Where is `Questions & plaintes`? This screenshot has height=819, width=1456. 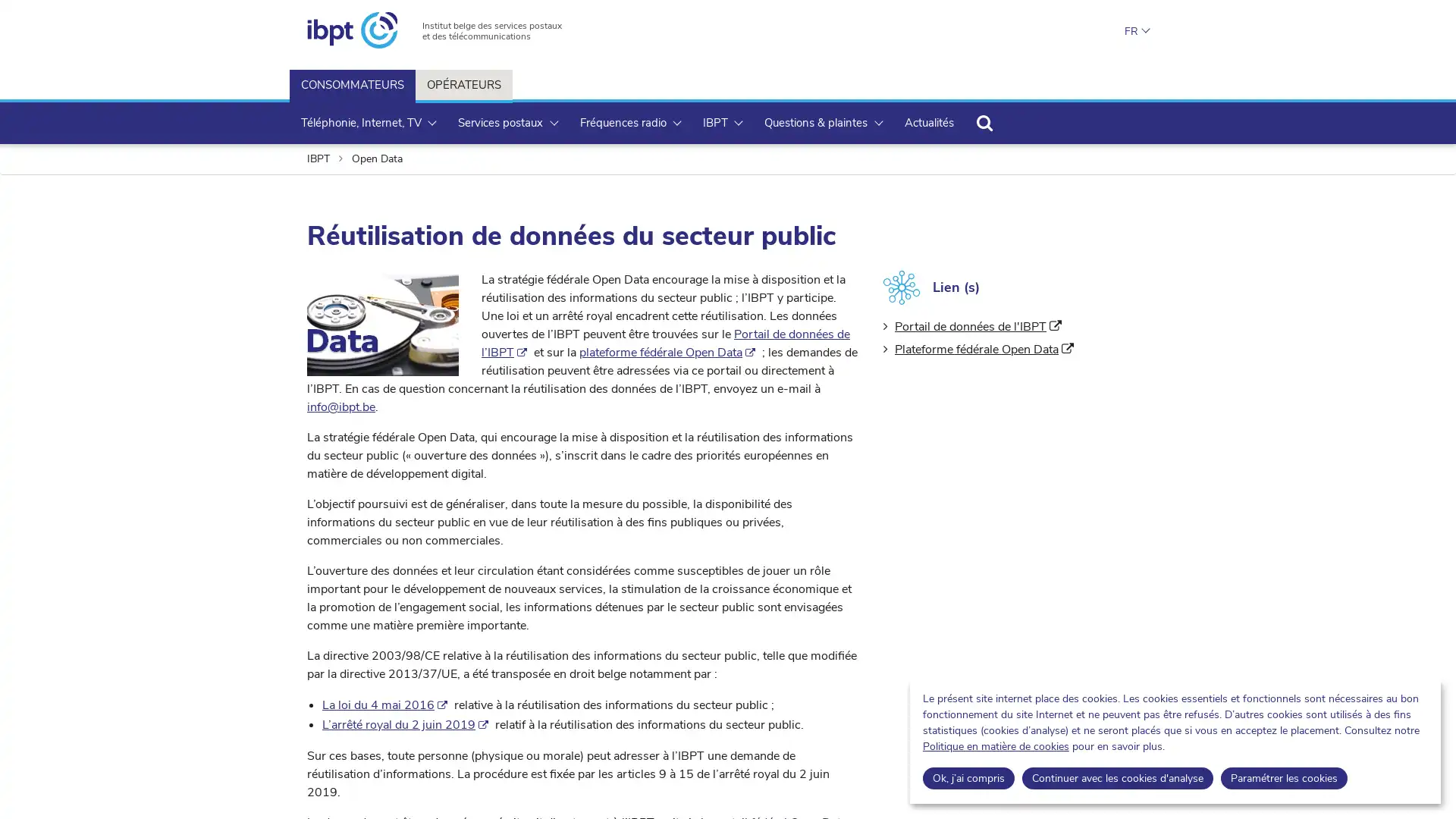
Questions & plaintes is located at coordinates (821, 122).